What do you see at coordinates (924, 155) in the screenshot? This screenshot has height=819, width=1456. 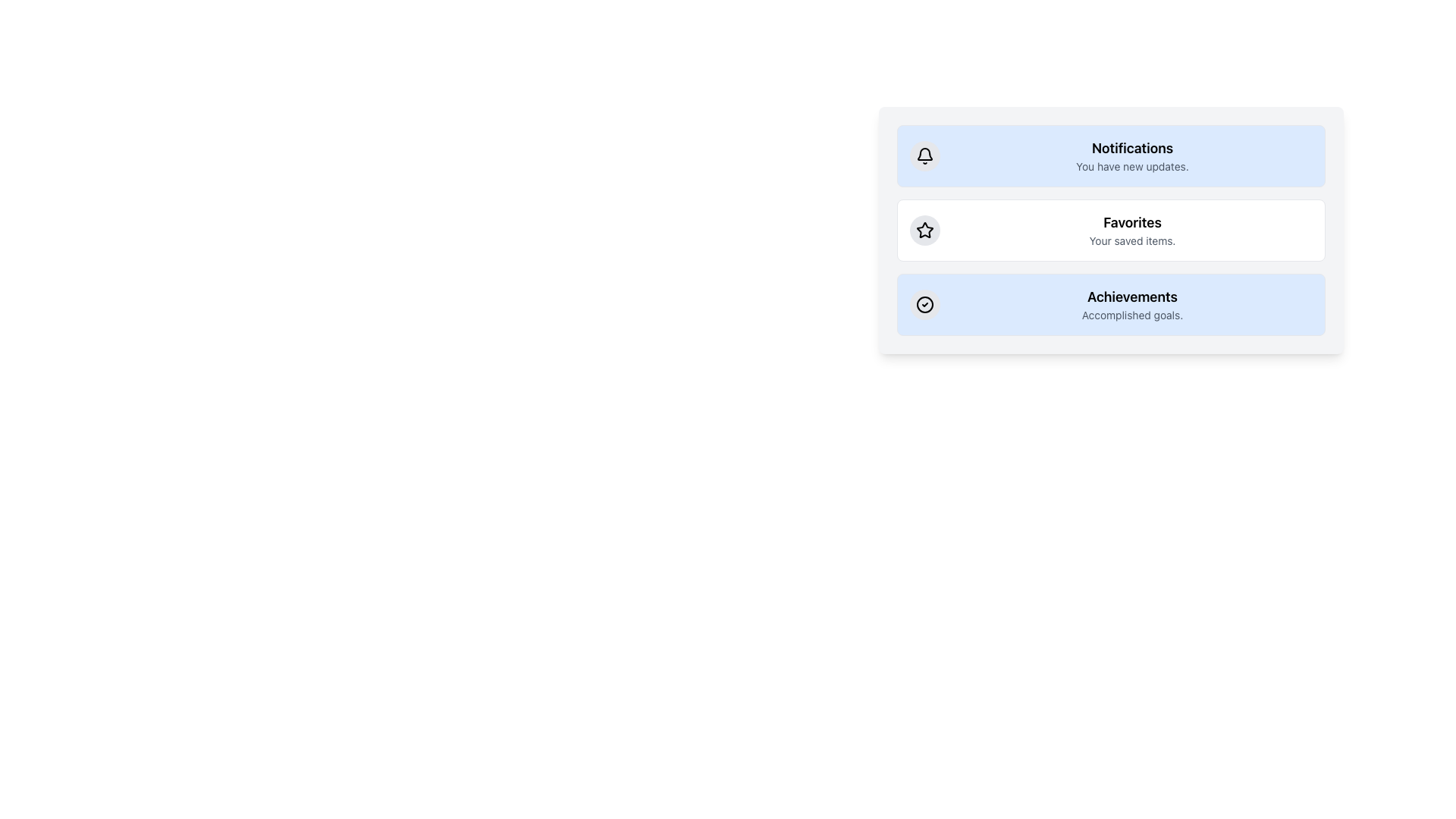 I see `the circular icon with a light gray background and a bell symbol, located to the left of the 'Notifications' item in the vertical list` at bounding box center [924, 155].